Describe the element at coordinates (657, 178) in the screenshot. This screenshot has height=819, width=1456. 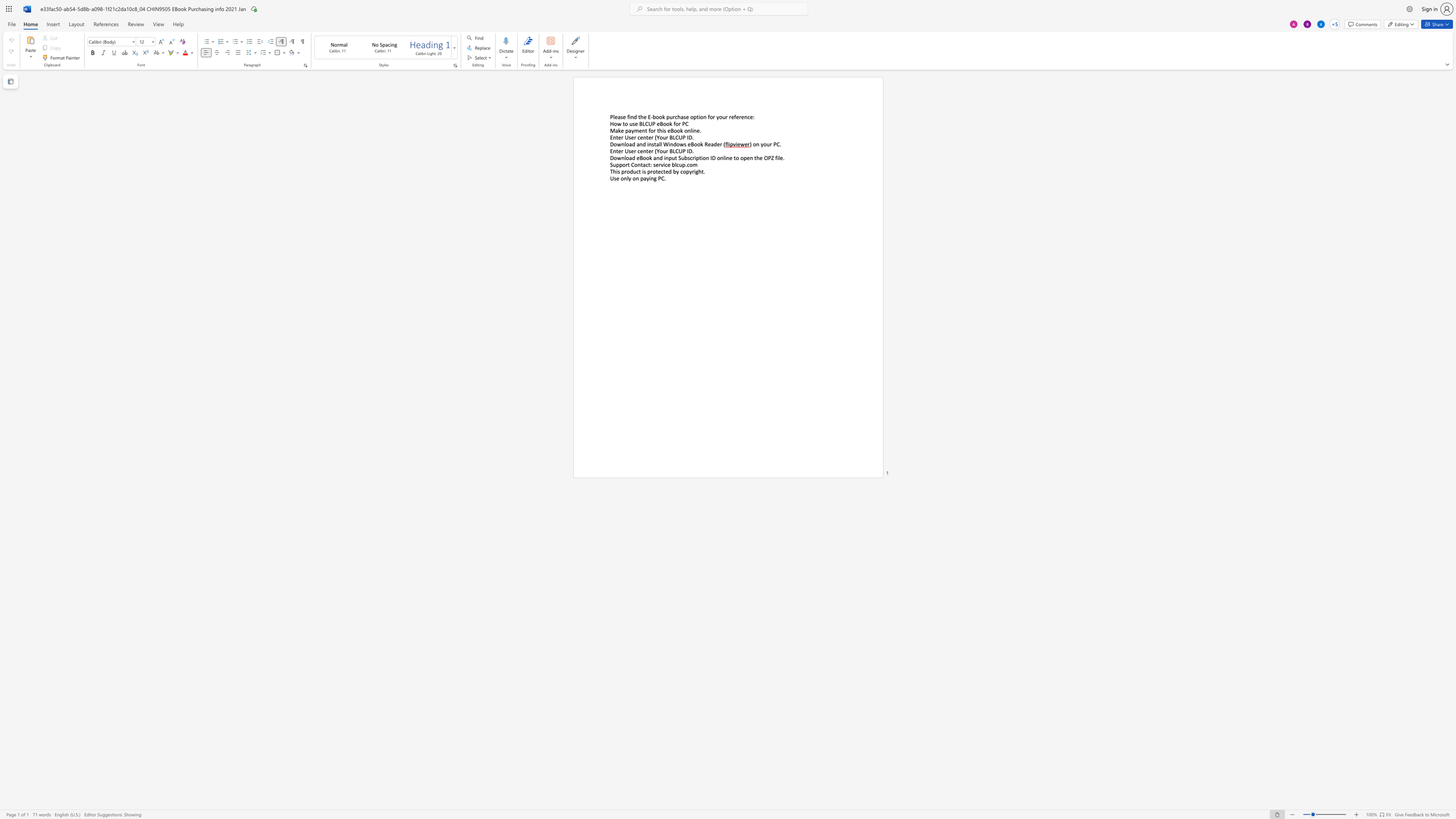
I see `the subset text "PC" within the text "Use only on paying PC."` at that location.